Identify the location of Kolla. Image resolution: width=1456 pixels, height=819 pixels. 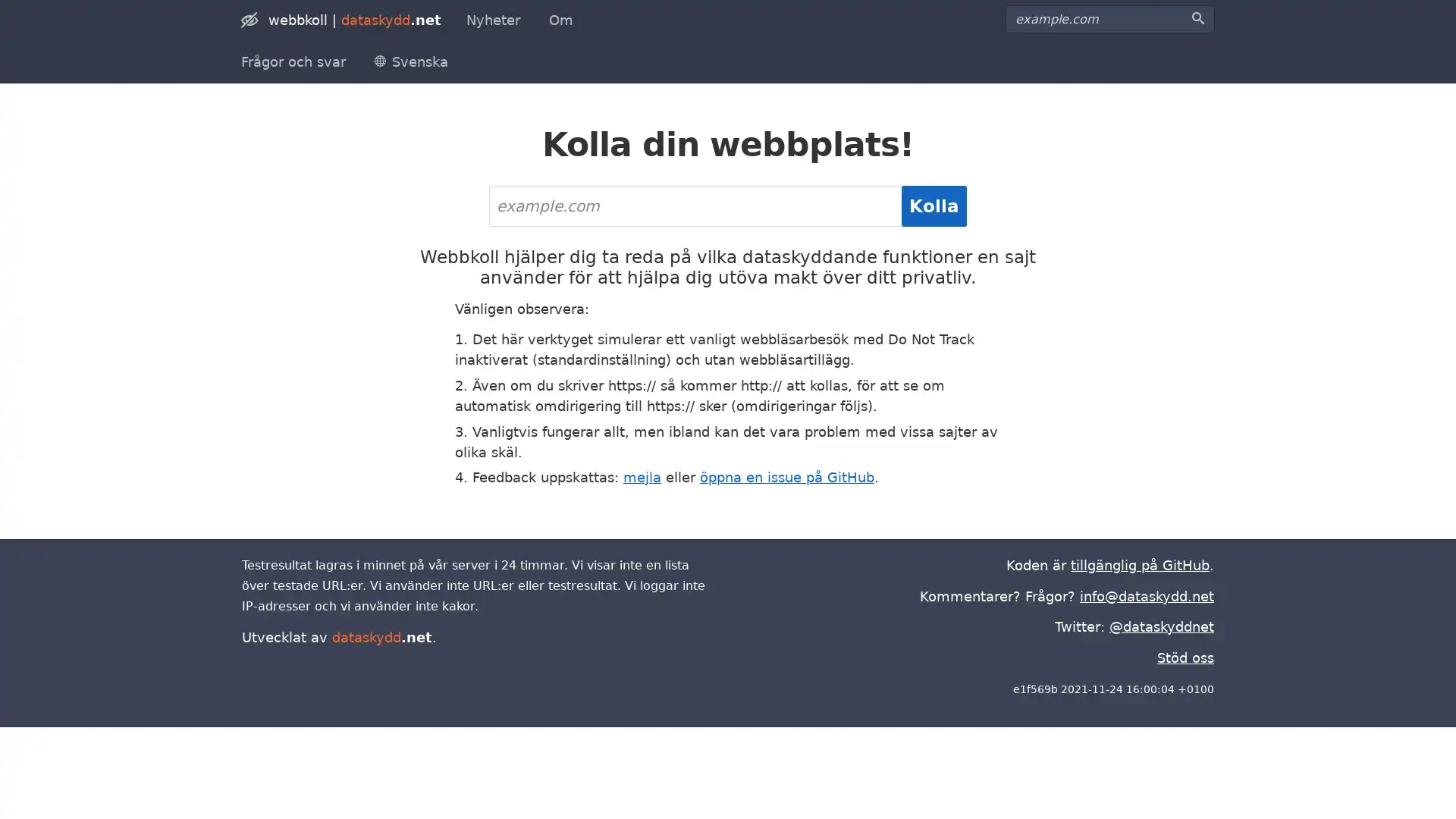
(934, 206).